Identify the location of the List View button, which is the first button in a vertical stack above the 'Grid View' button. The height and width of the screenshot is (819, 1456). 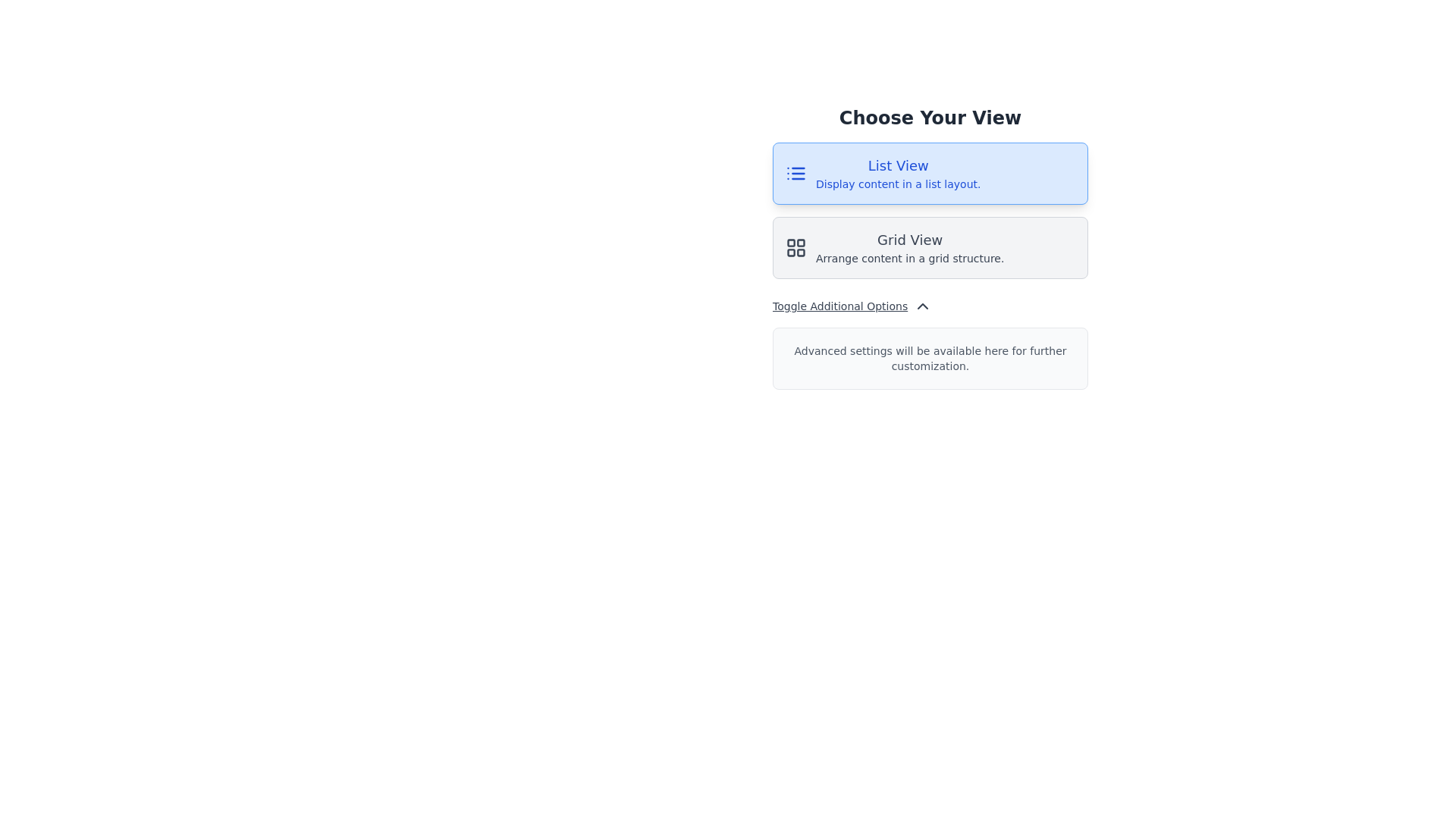
(930, 172).